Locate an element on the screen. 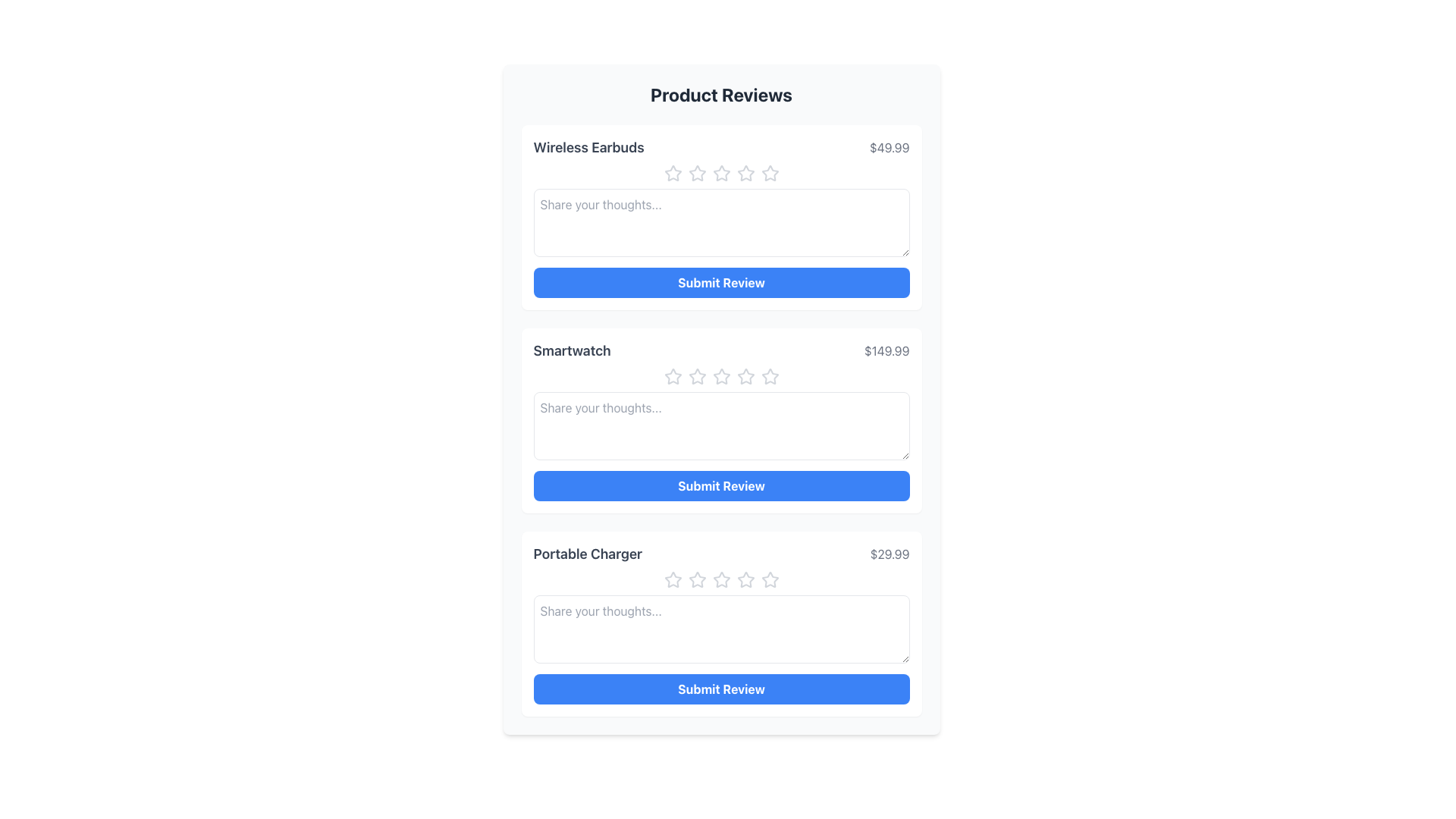 This screenshot has height=819, width=1456. one of the star icons in the Rating Widget located in the Product Reviews section of the Wireless Earbuds card is located at coordinates (720, 172).